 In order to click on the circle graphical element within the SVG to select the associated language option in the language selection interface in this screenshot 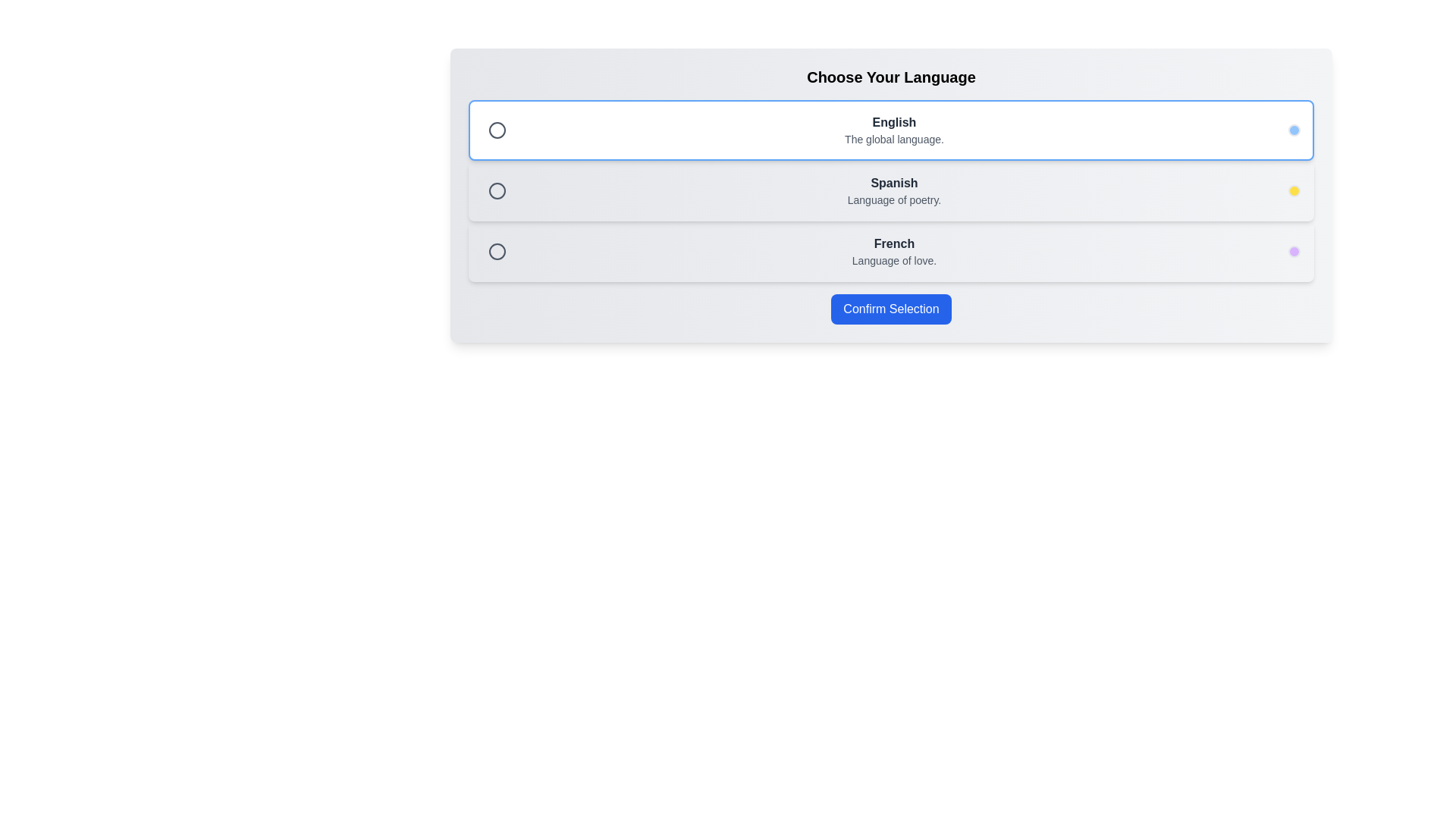, I will do `click(497, 130)`.